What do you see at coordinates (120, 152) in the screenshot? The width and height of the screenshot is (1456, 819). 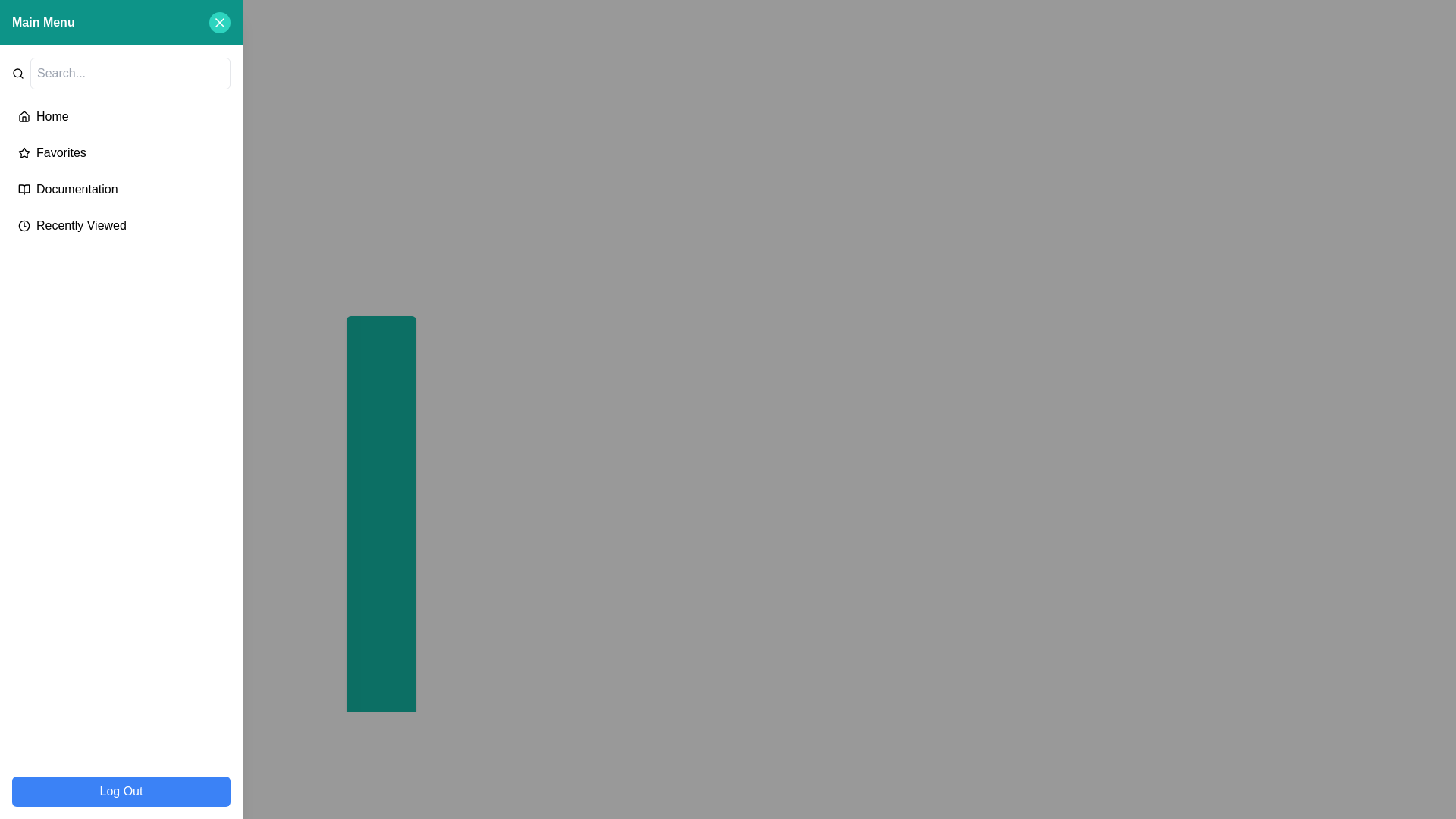 I see `the 'Favorites' button located between the 'Home' option and 'Documentation' in the main menu` at bounding box center [120, 152].